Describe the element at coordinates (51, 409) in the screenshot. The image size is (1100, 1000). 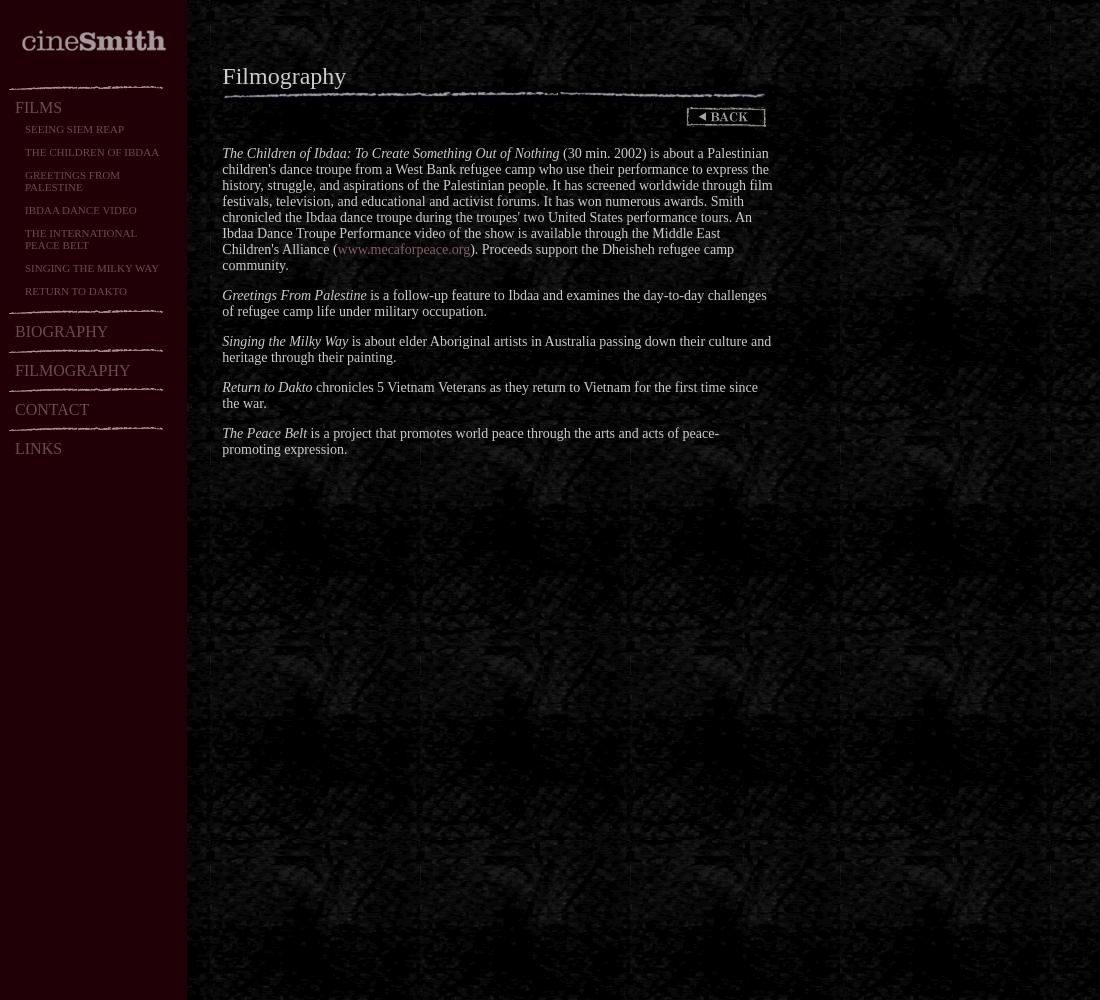
I see `'CONTACT'` at that location.